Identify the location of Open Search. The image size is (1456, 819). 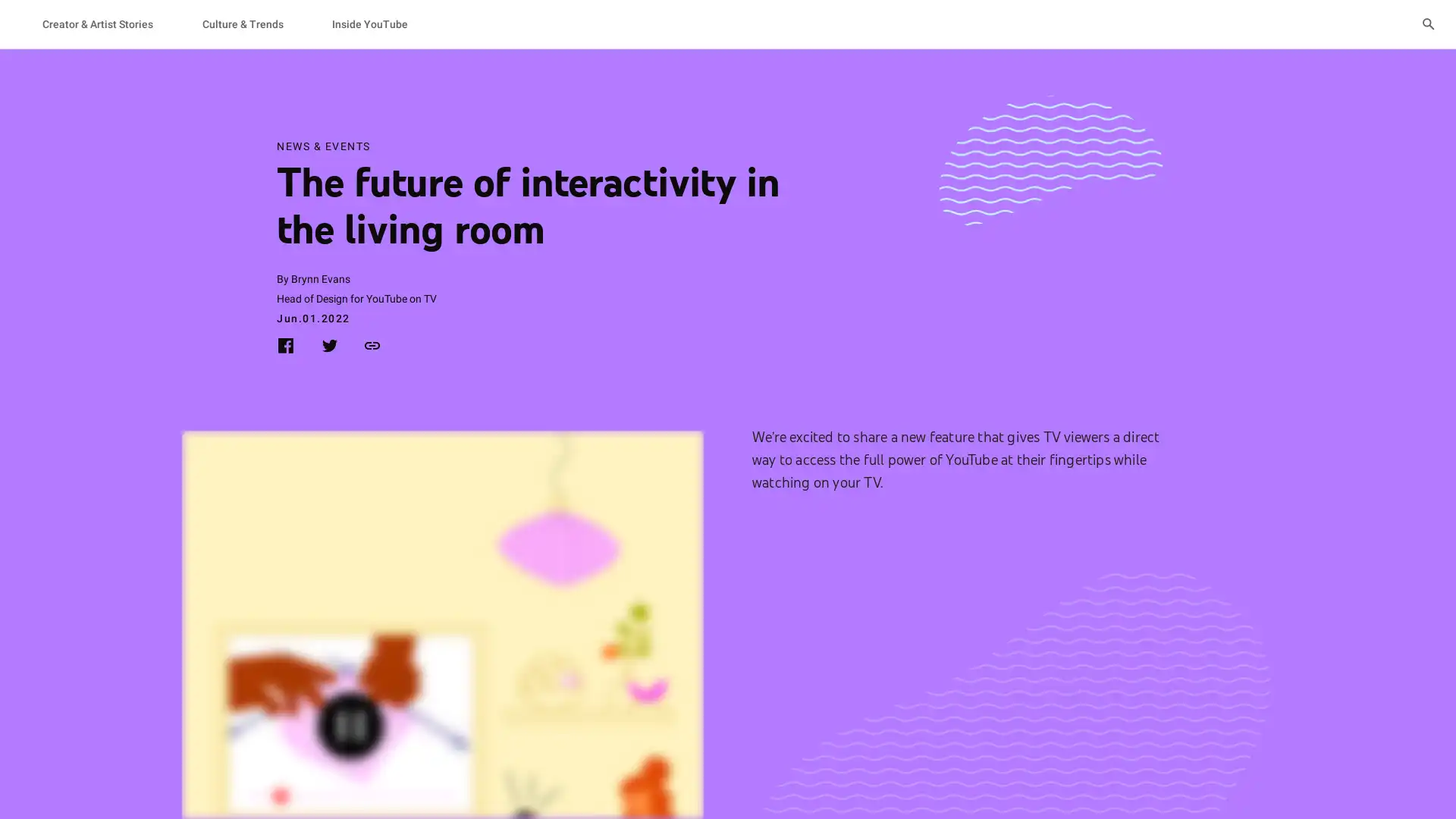
(1427, 24).